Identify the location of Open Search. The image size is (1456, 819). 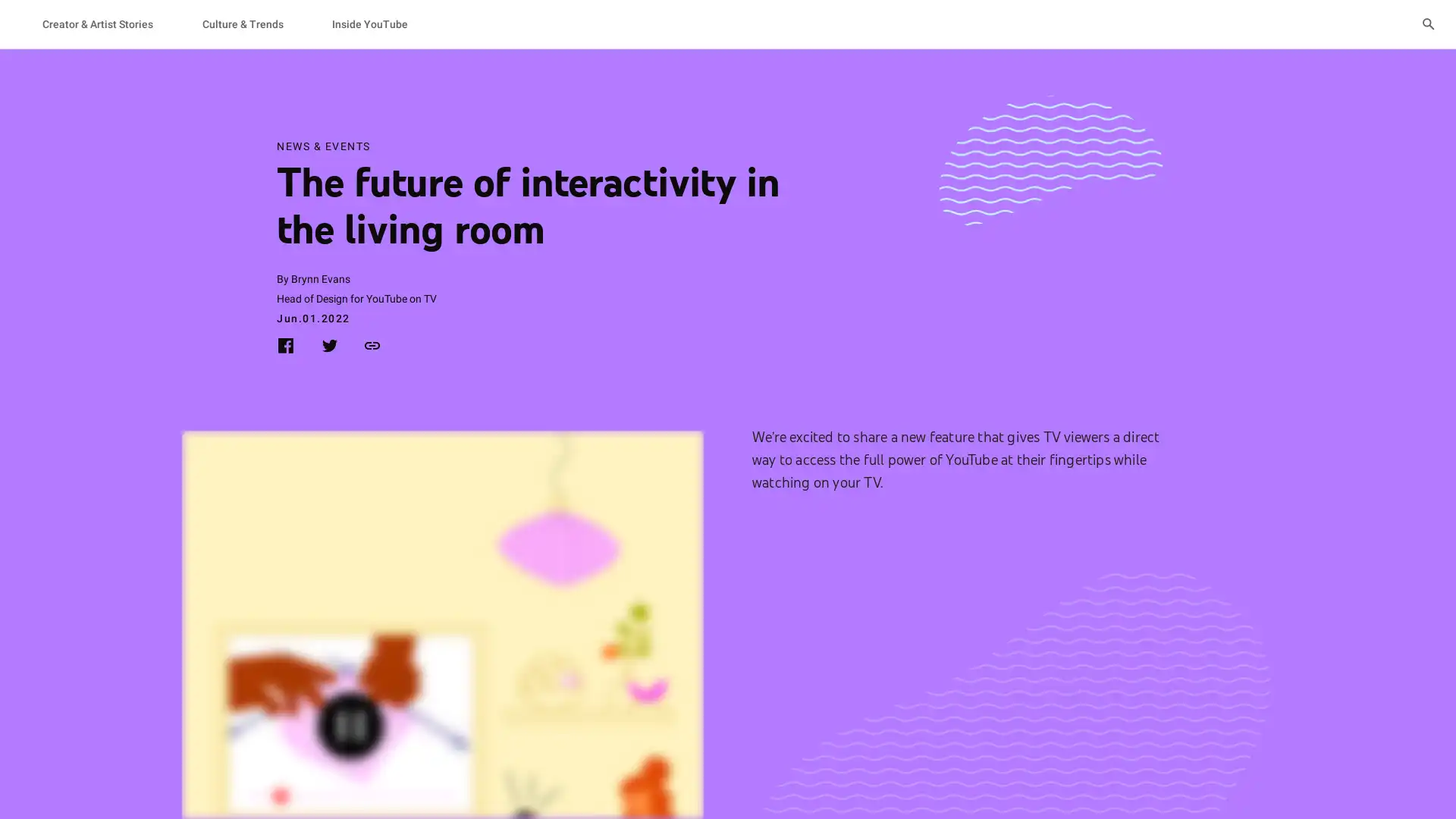
(1427, 24).